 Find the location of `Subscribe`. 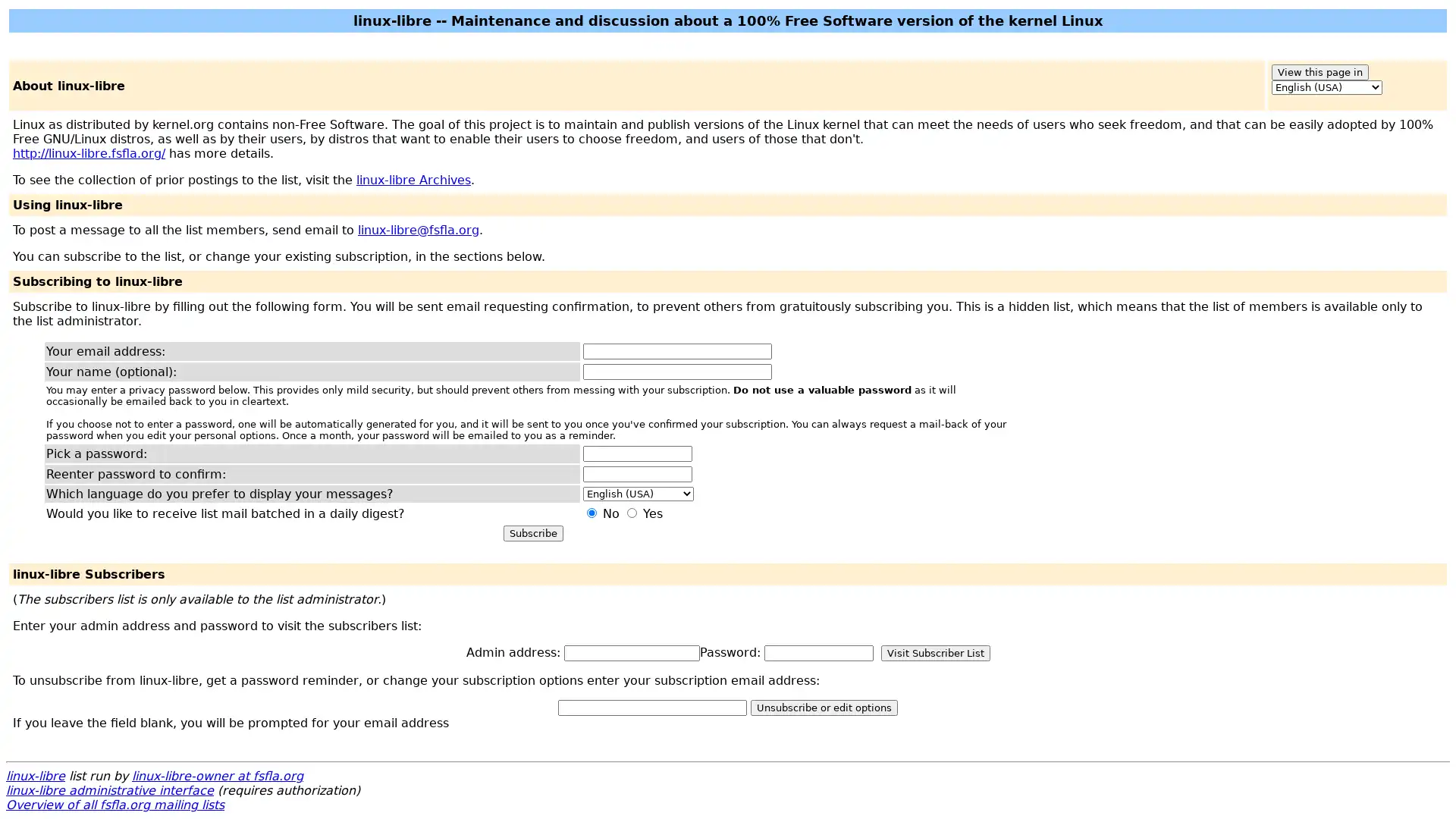

Subscribe is located at coordinates (532, 532).